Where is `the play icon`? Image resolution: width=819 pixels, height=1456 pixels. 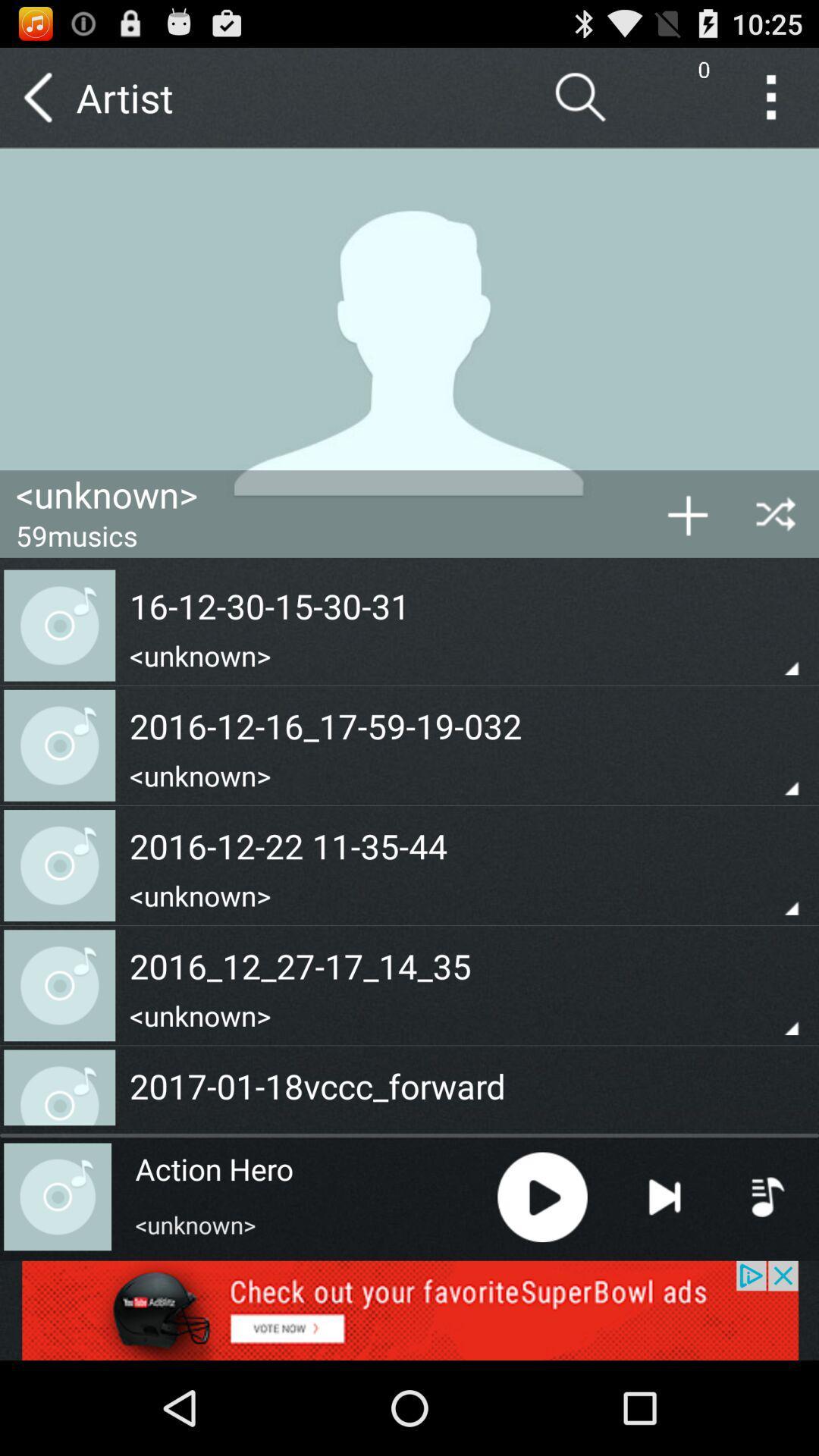 the play icon is located at coordinates (541, 1280).